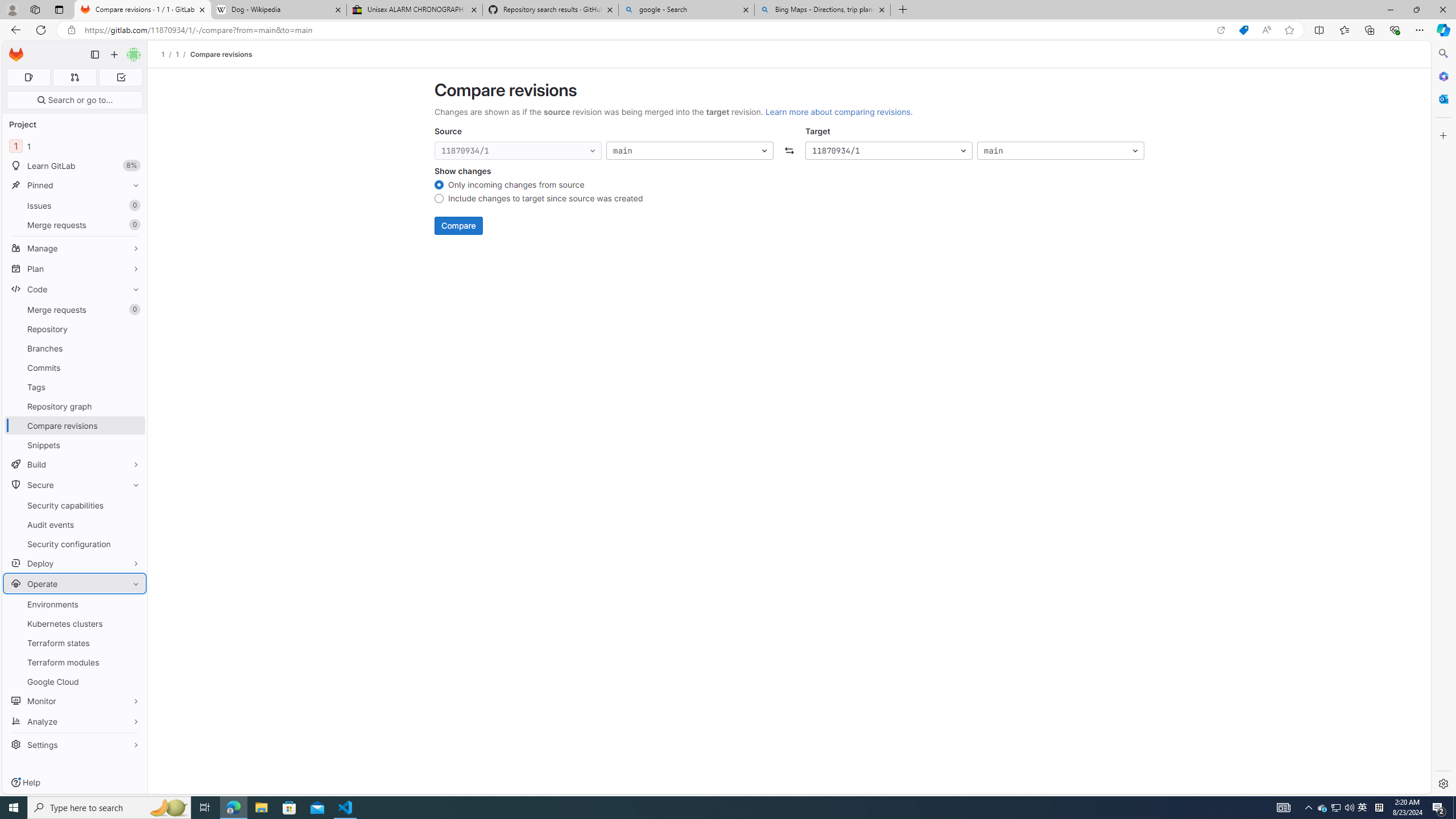 The width and height of the screenshot is (1456, 819). What do you see at coordinates (74, 623) in the screenshot?
I see `'Kubernetes clusters'` at bounding box center [74, 623].